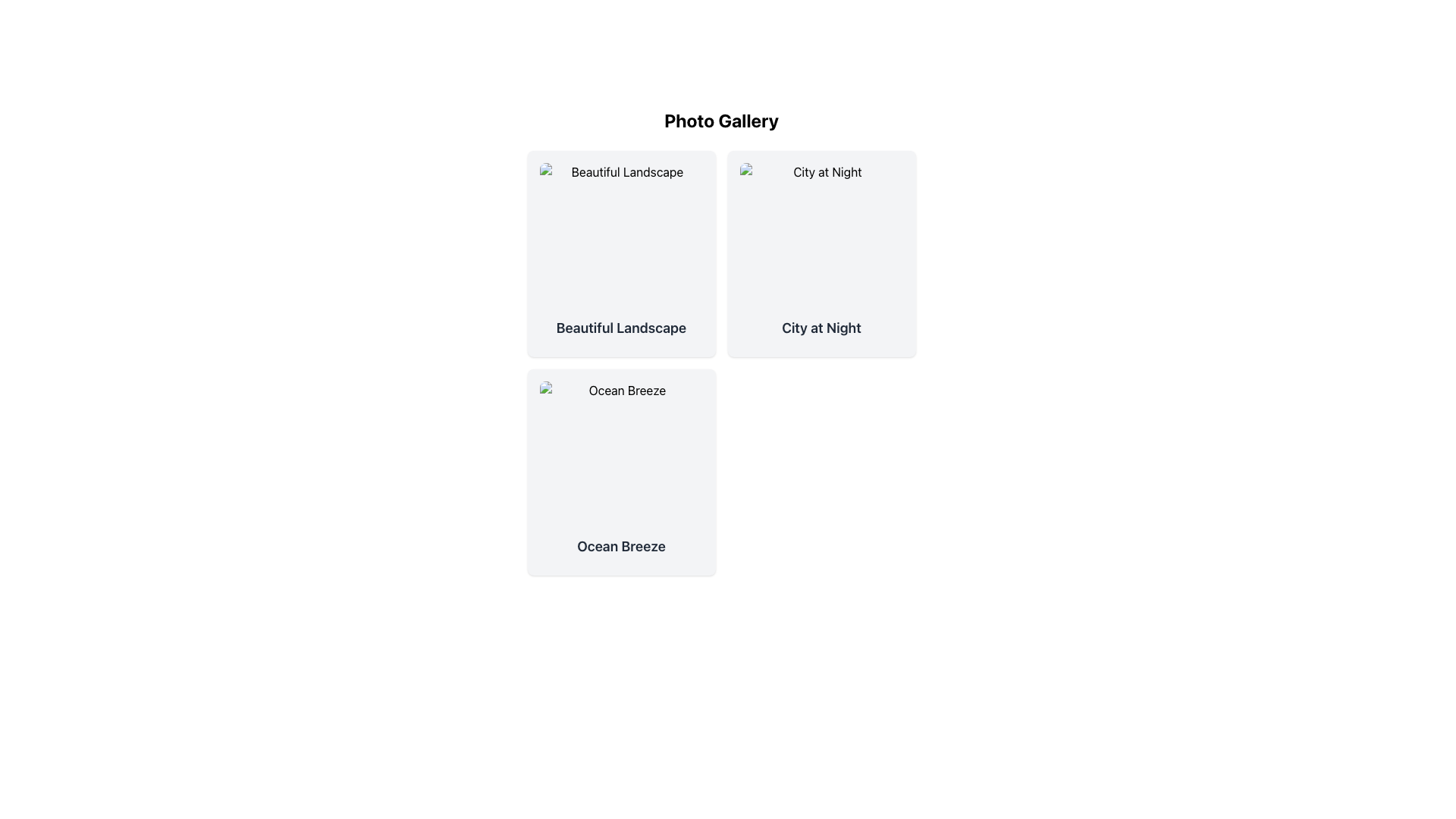 Image resolution: width=1456 pixels, height=819 pixels. I want to click on the 'Ocean Breeze' card located in the bottom-left corner of the grid, so click(621, 472).